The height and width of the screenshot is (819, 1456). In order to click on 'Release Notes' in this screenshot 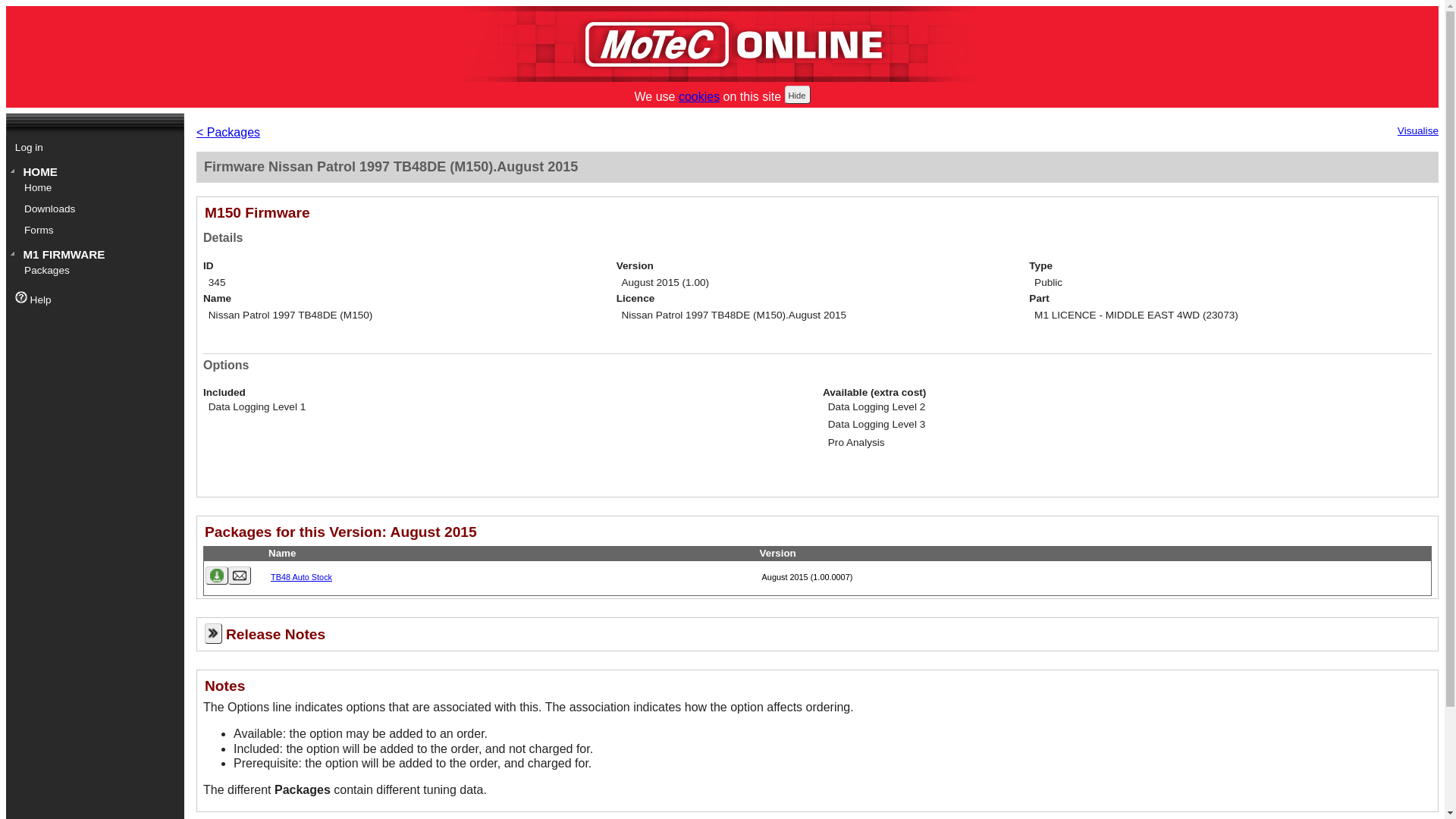, I will do `click(202, 634)`.